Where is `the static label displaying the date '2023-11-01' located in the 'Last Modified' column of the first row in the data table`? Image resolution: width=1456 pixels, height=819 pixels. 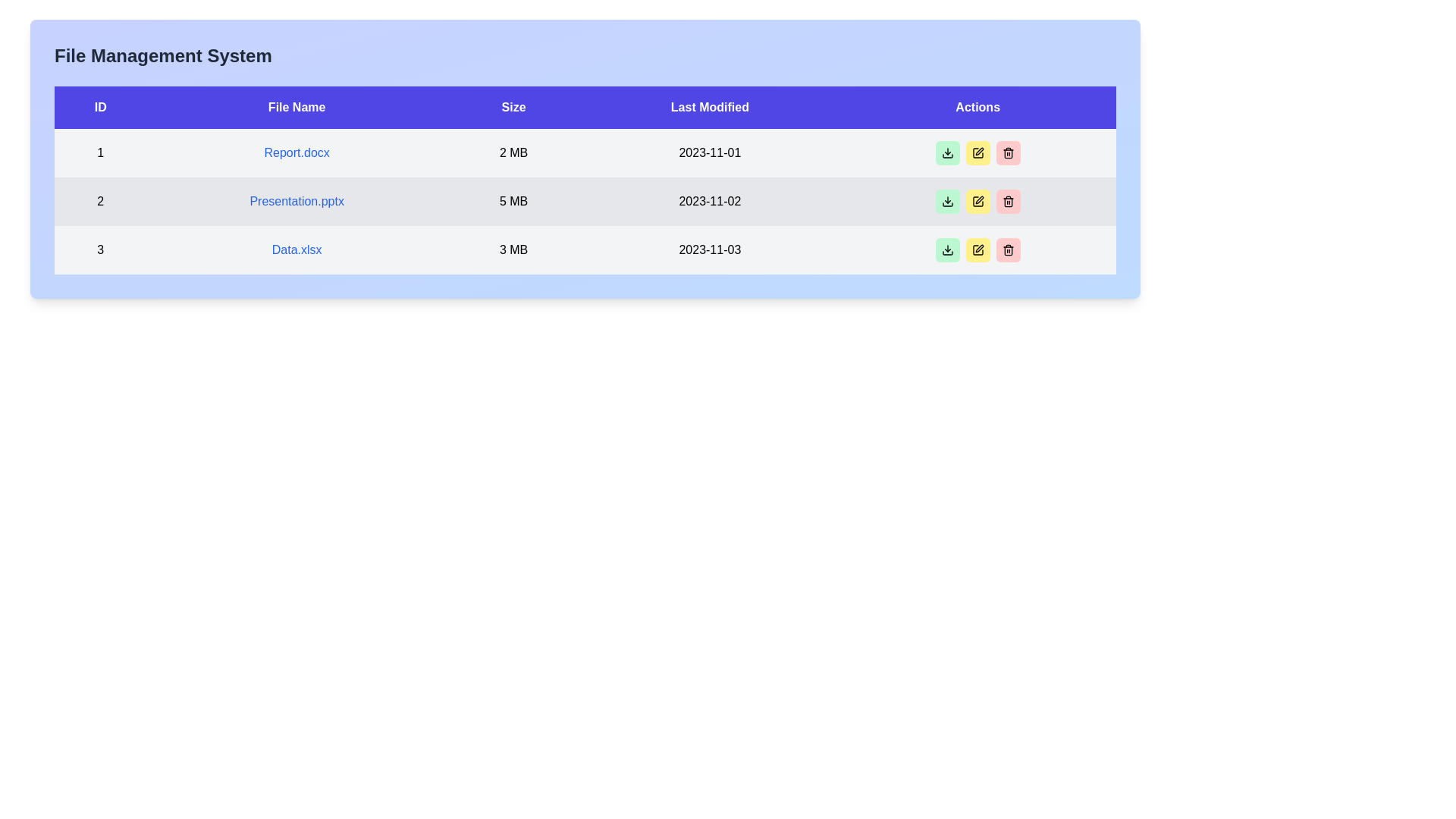
the static label displaying the date '2023-11-01' located in the 'Last Modified' column of the first row in the data table is located at coordinates (709, 152).